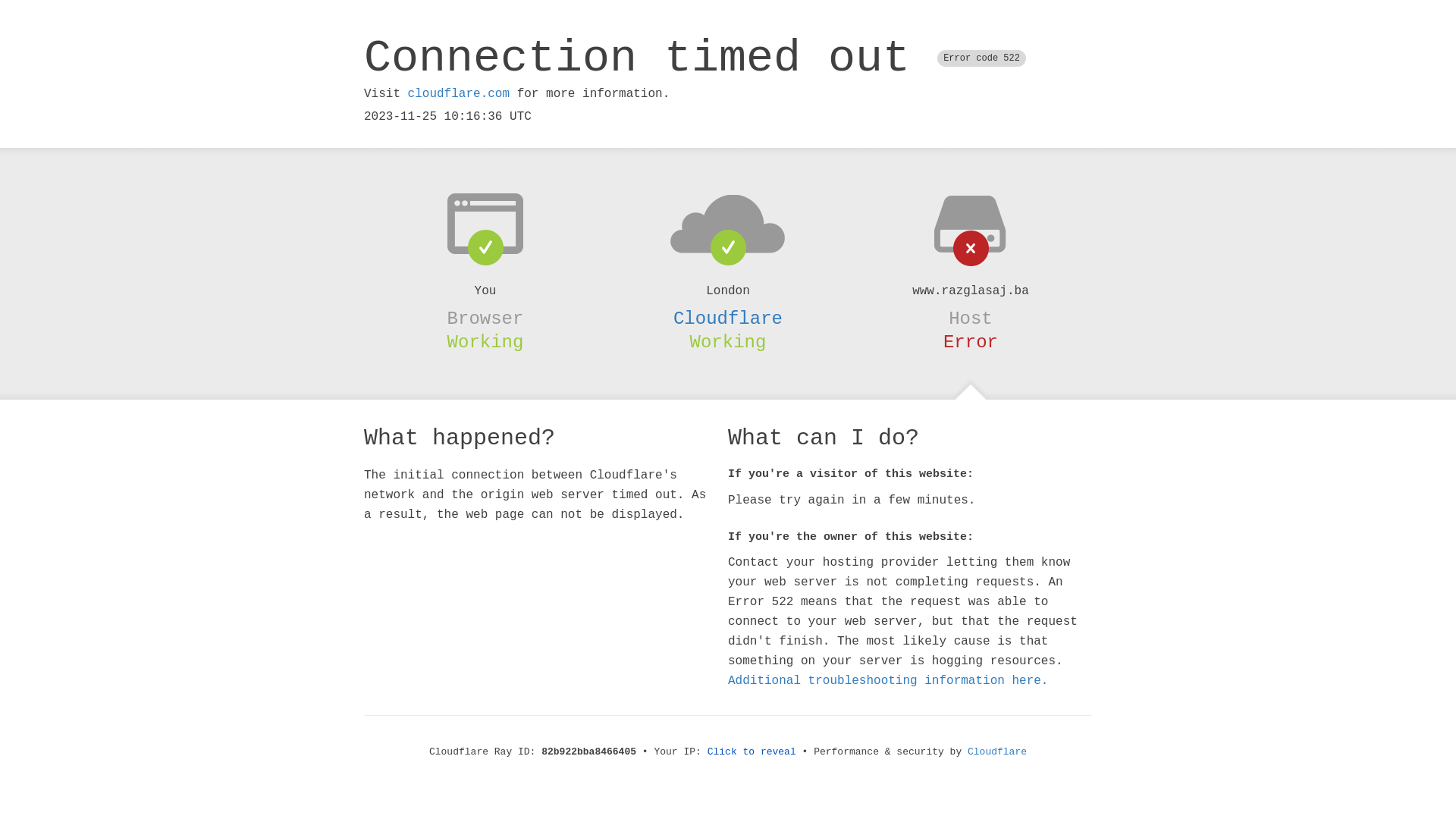 This screenshot has height=819, width=1456. Describe the element at coordinates (728, 318) in the screenshot. I see `'Cloudflare'` at that location.